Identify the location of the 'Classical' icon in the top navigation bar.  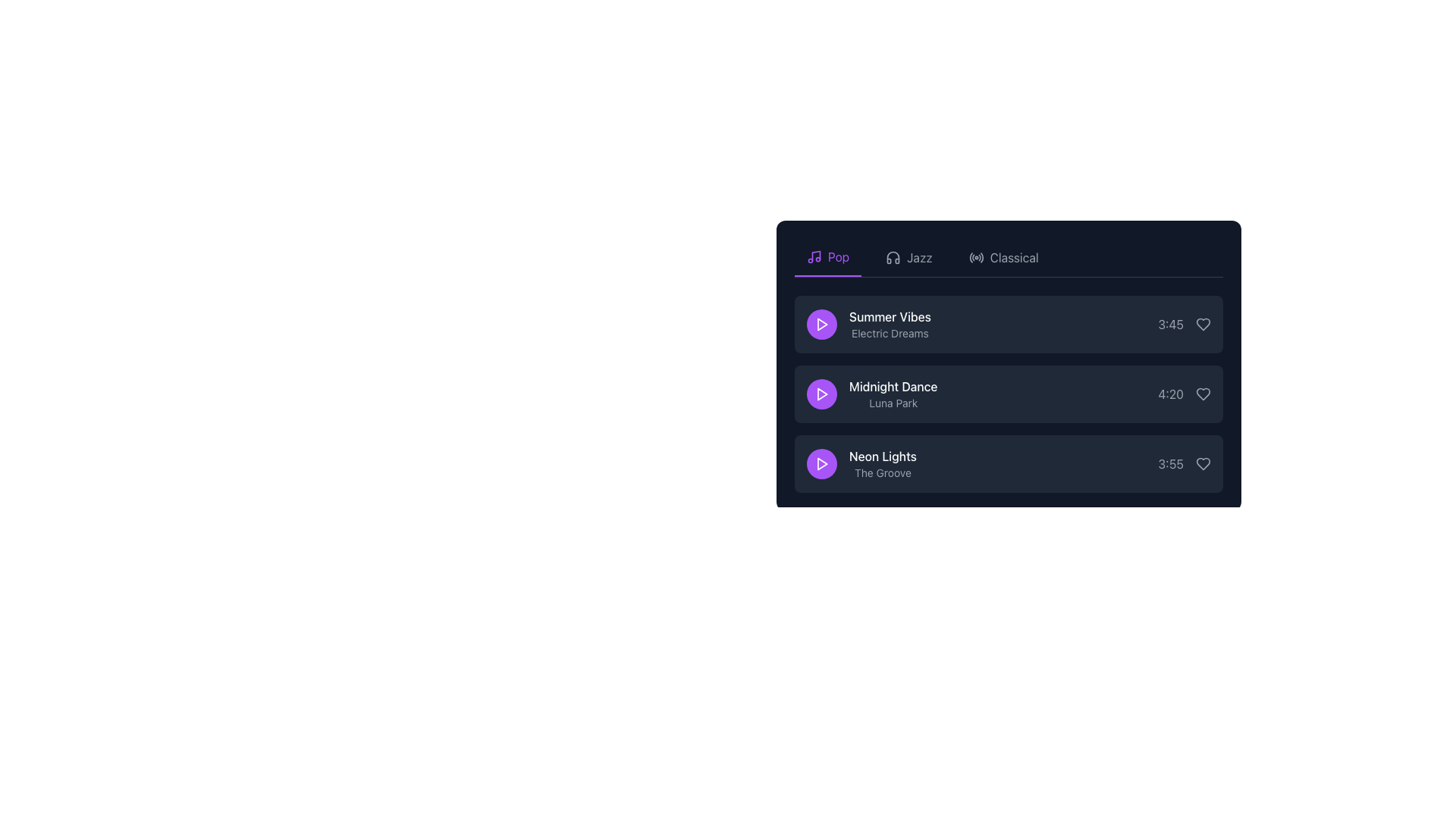
(976, 256).